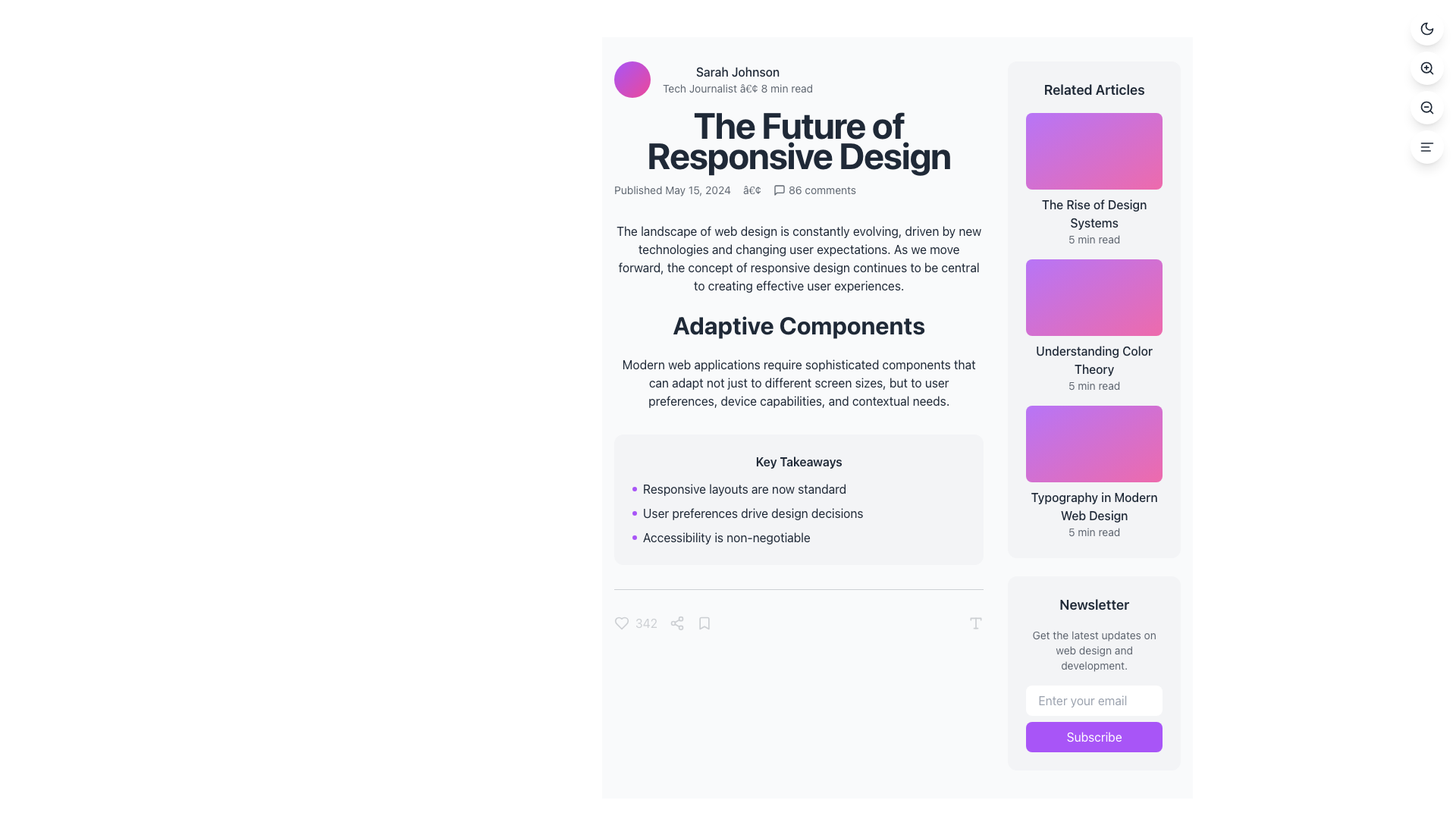 The image size is (1456, 819). Describe the element at coordinates (798, 140) in the screenshot. I see `the large, bold headline reading 'The Future of Responsive Design', which is prominently displayed in the upper-central part of the interface` at that location.